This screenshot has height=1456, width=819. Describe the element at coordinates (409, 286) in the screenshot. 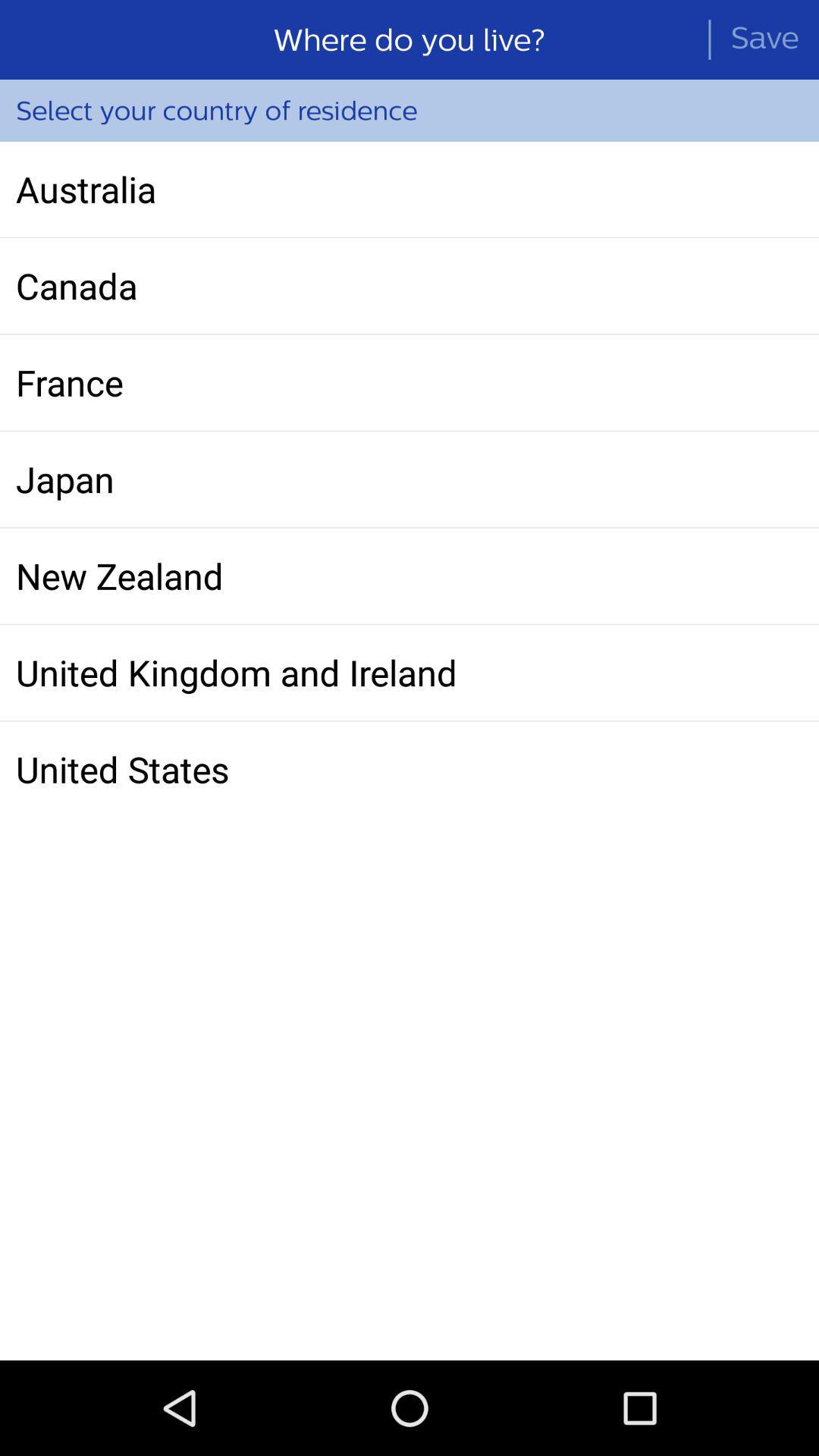

I see `canada` at that location.